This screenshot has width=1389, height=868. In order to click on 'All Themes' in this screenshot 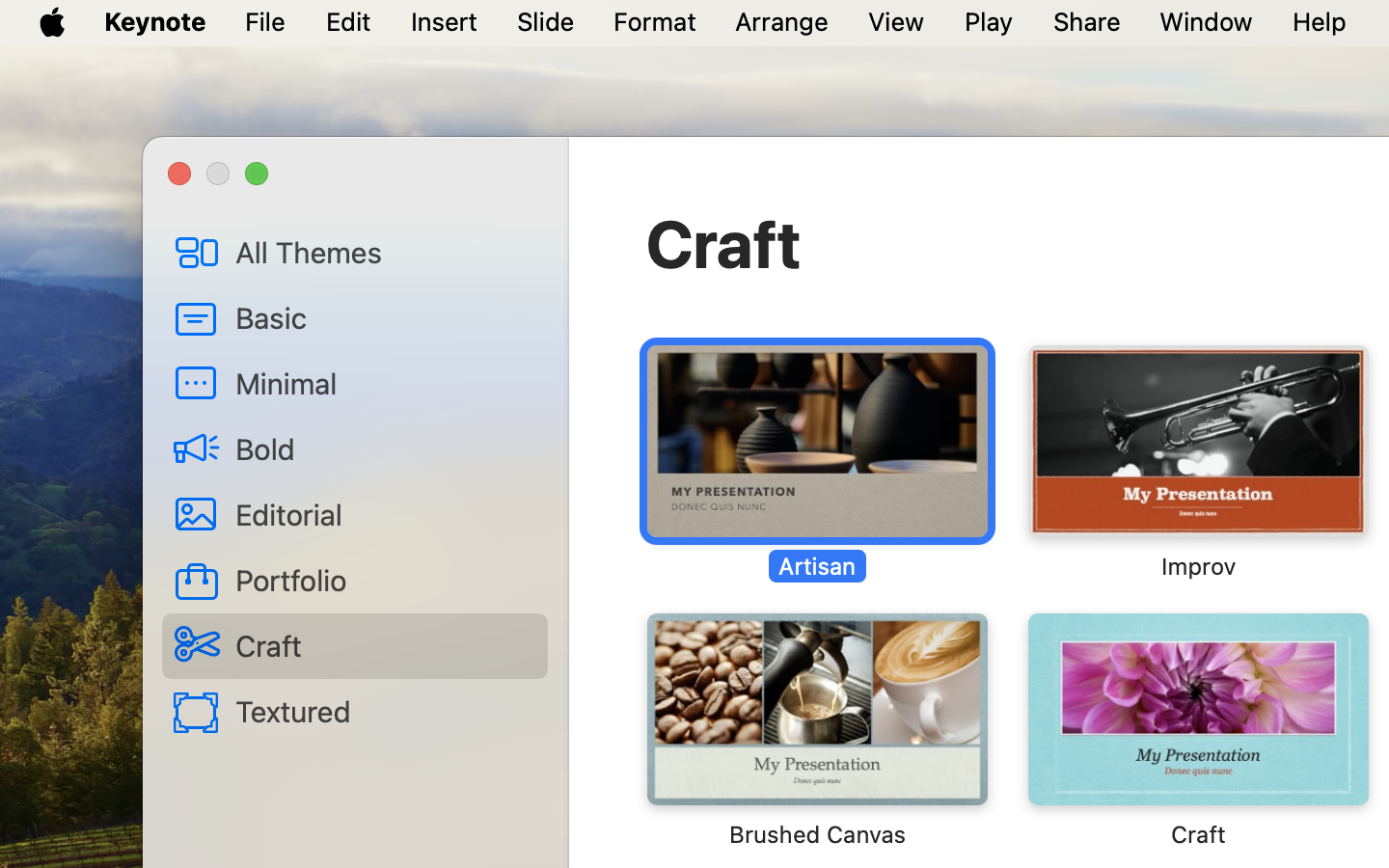, I will do `click(383, 251)`.